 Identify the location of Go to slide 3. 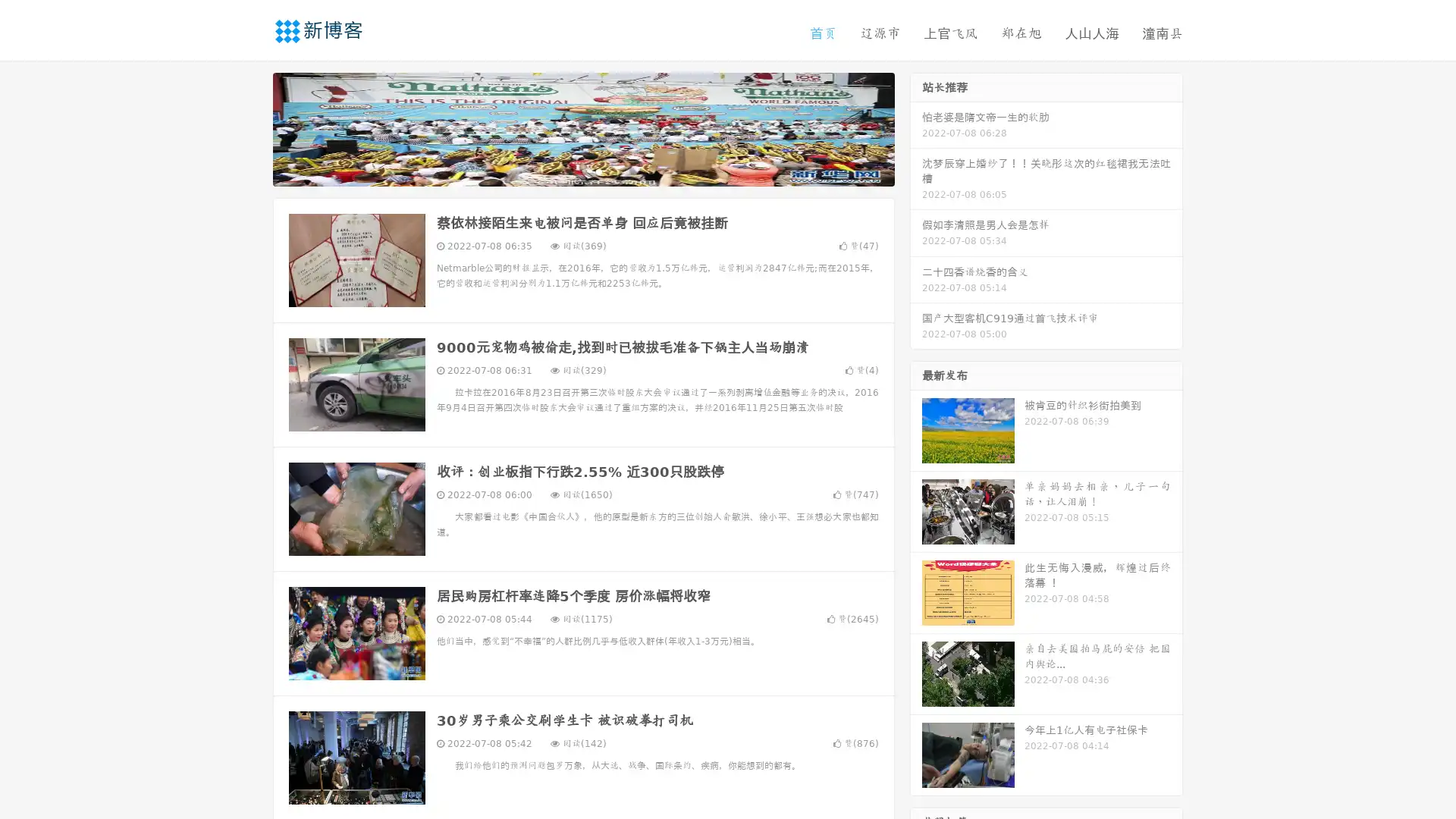
(598, 171).